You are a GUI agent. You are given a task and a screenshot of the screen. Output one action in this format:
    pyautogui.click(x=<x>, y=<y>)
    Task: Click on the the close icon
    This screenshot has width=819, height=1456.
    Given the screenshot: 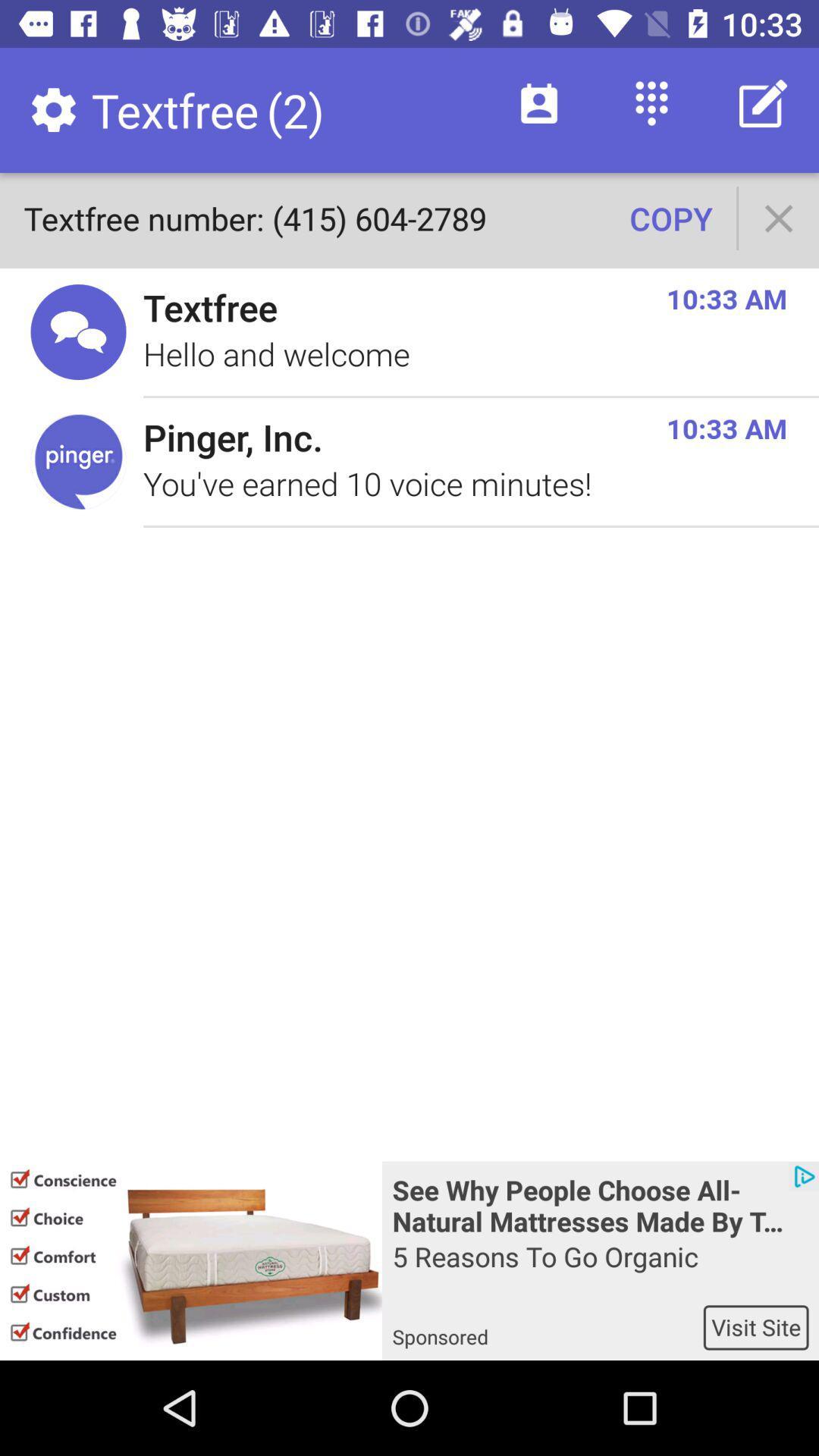 What is the action you would take?
    pyautogui.click(x=779, y=218)
    